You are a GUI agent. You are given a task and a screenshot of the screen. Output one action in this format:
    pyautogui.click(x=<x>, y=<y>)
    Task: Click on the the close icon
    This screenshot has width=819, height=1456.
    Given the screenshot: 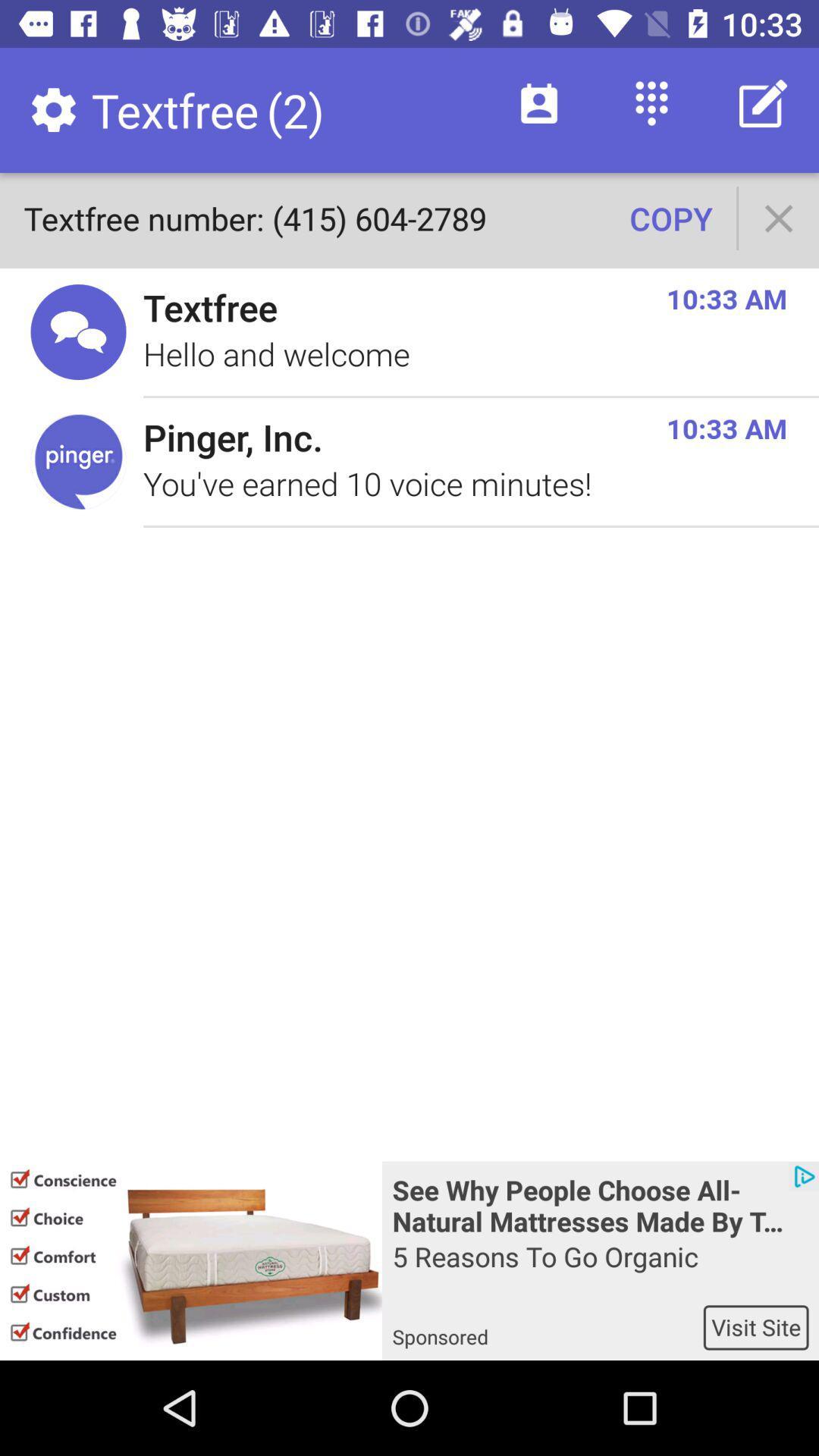 What is the action you would take?
    pyautogui.click(x=779, y=218)
    